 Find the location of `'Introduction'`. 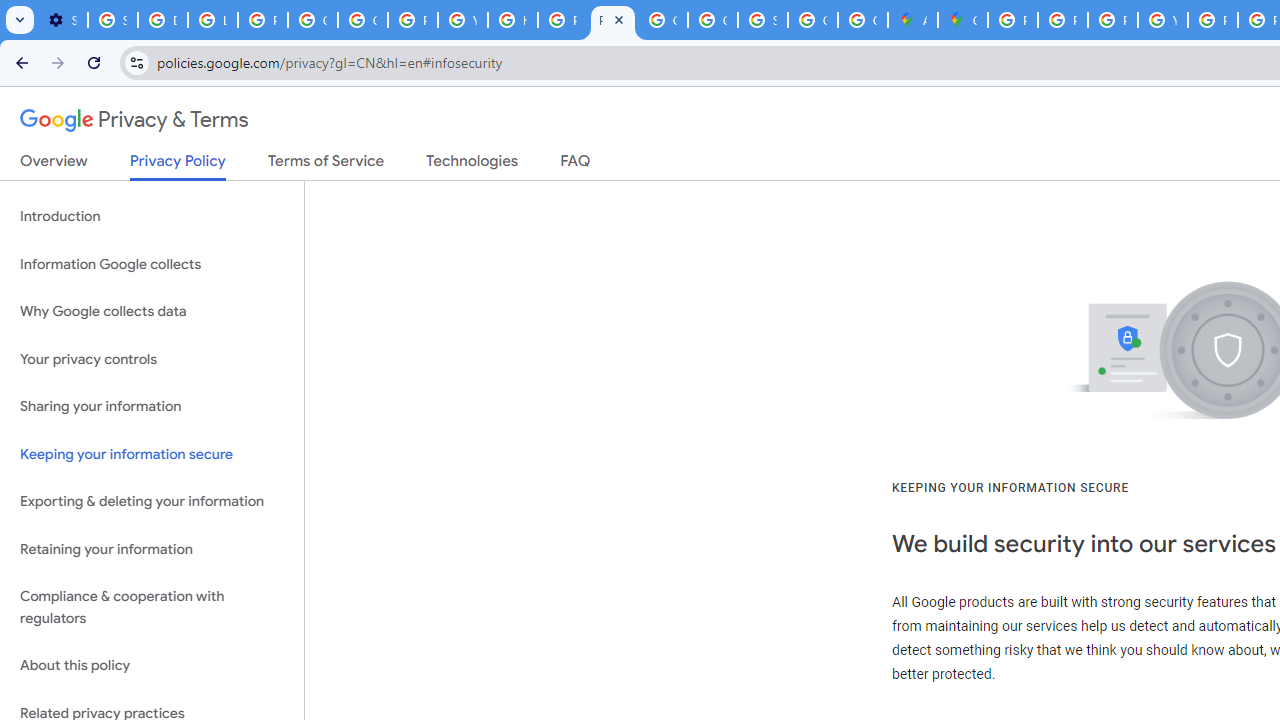

'Introduction' is located at coordinates (151, 217).